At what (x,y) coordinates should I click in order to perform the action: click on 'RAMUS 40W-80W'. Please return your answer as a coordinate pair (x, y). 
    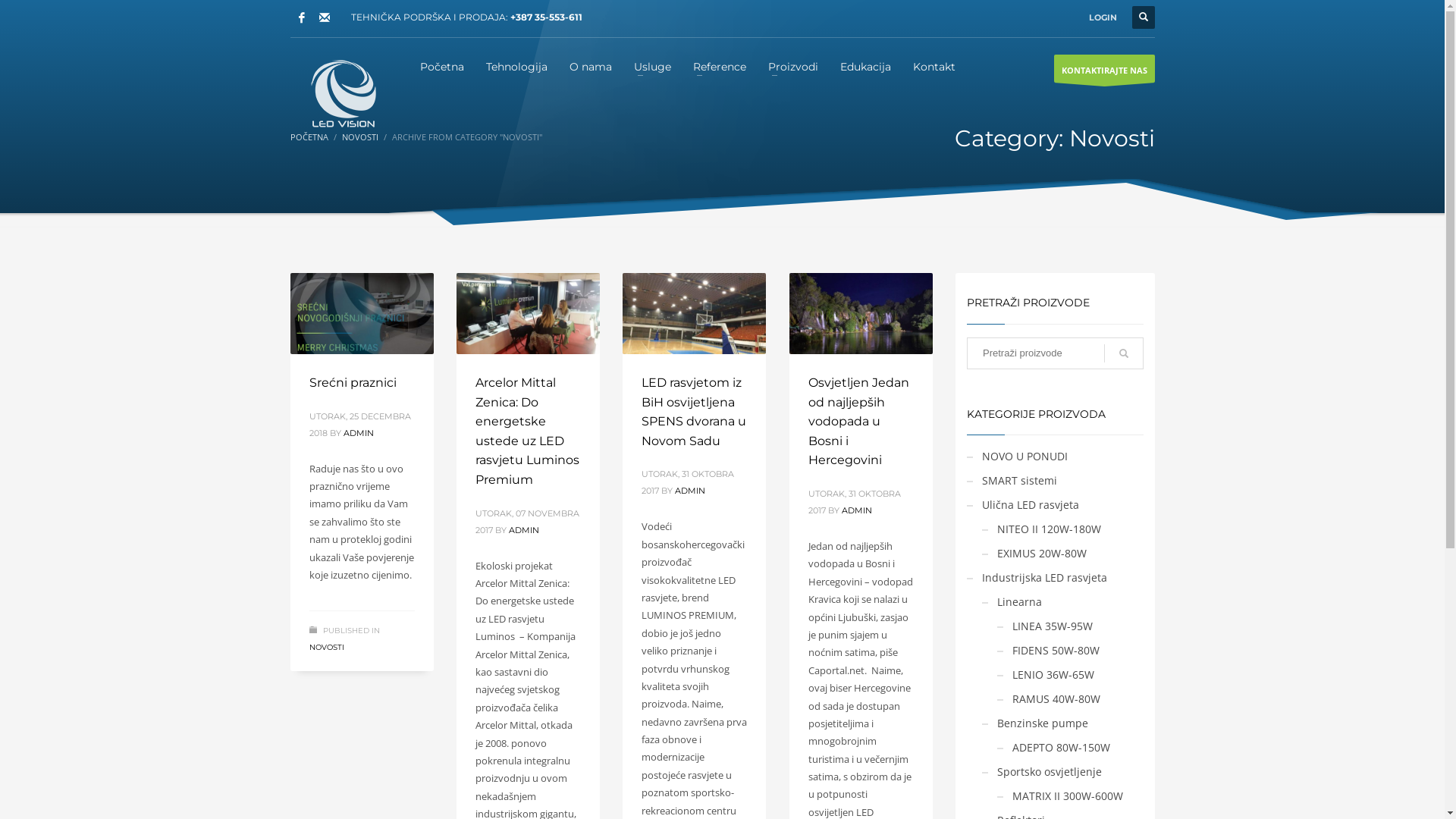
    Looking at the image, I should click on (1047, 698).